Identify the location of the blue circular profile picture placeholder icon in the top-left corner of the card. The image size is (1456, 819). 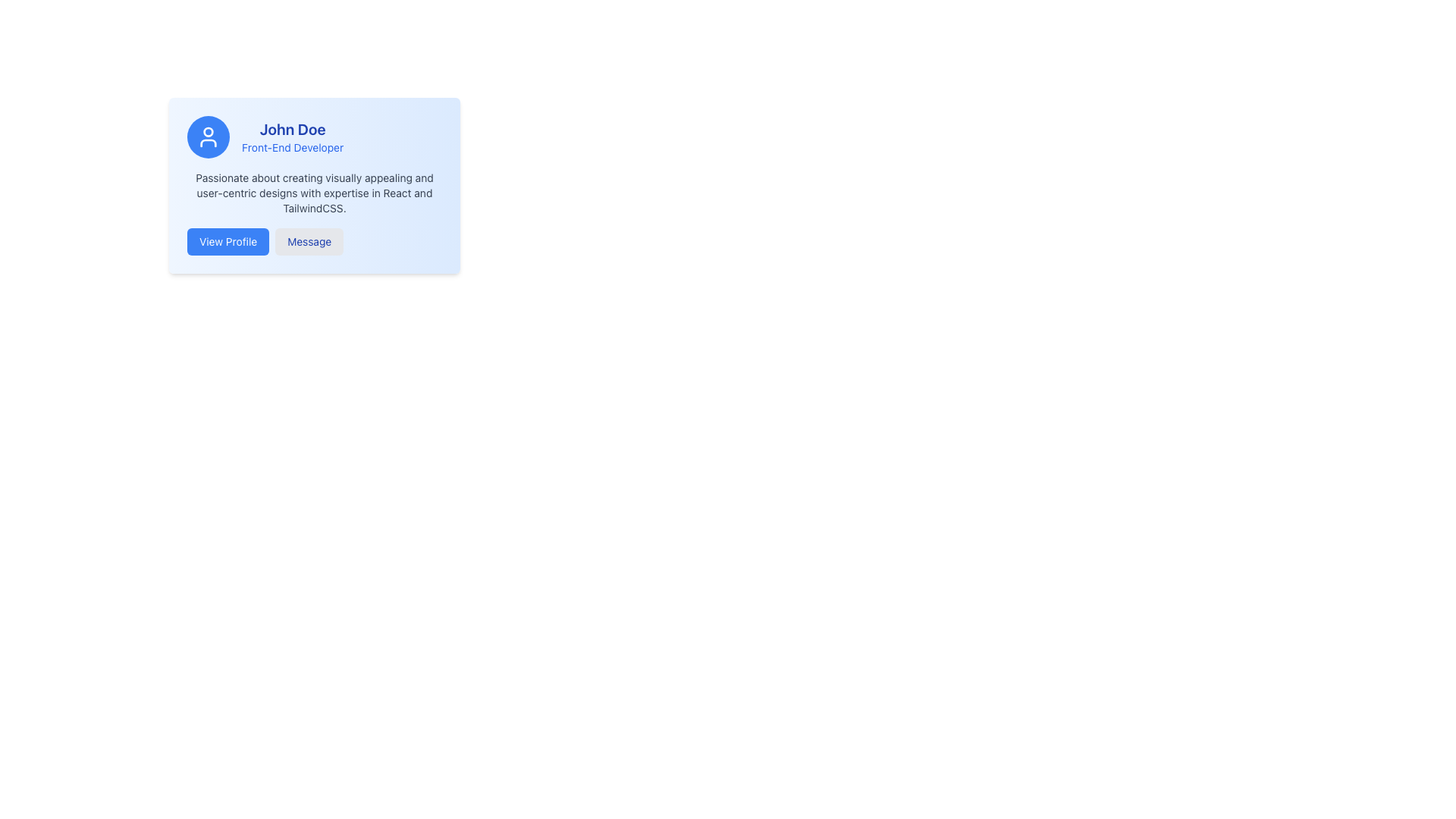
(207, 137).